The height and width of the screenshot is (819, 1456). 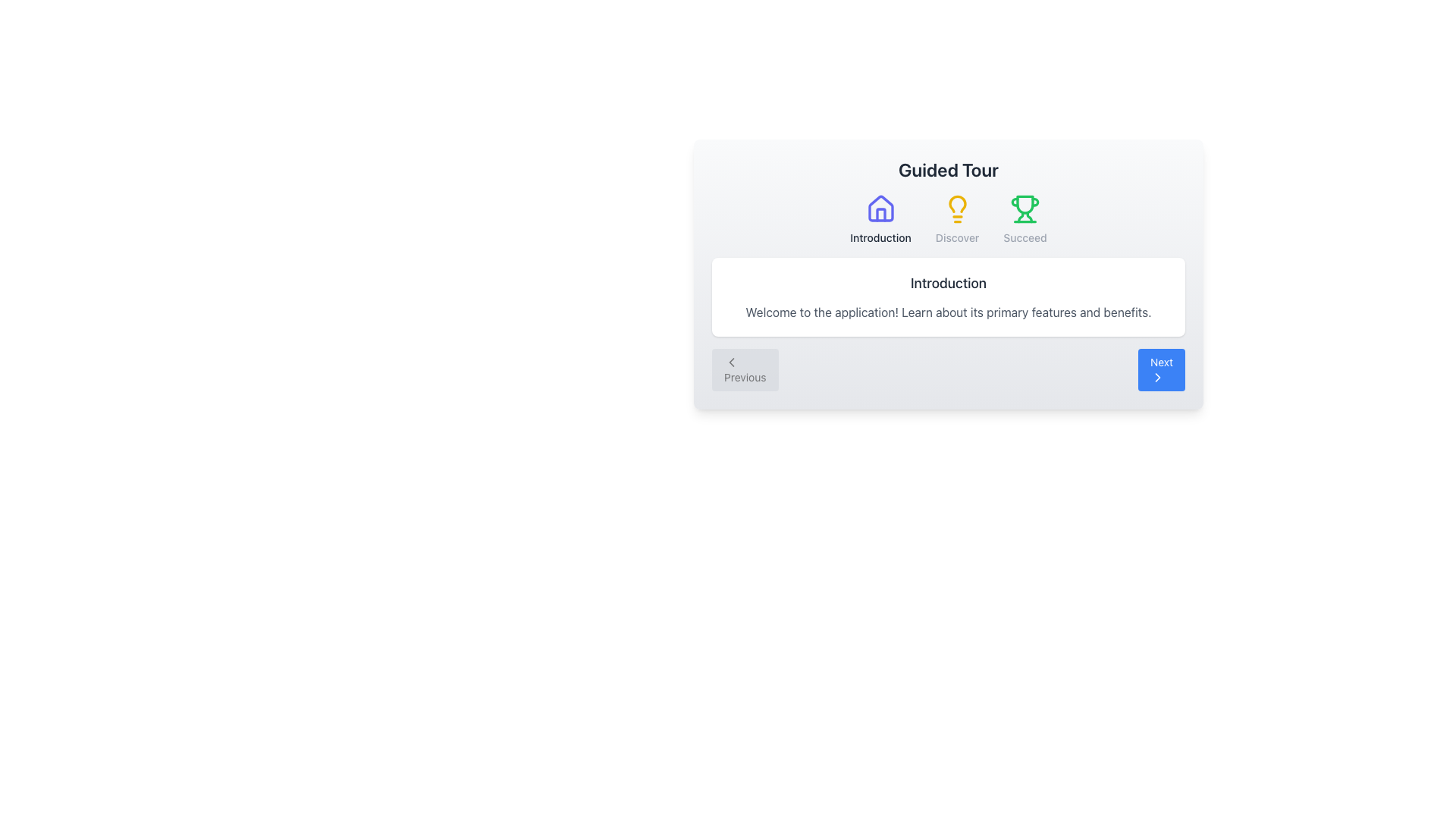 I want to click on the label indicating 'Succeed', which is the fourth element in a horizontal group, positioned below the green trophy icon and to the right of 'Introduction' and 'Discover', so click(x=1025, y=237).